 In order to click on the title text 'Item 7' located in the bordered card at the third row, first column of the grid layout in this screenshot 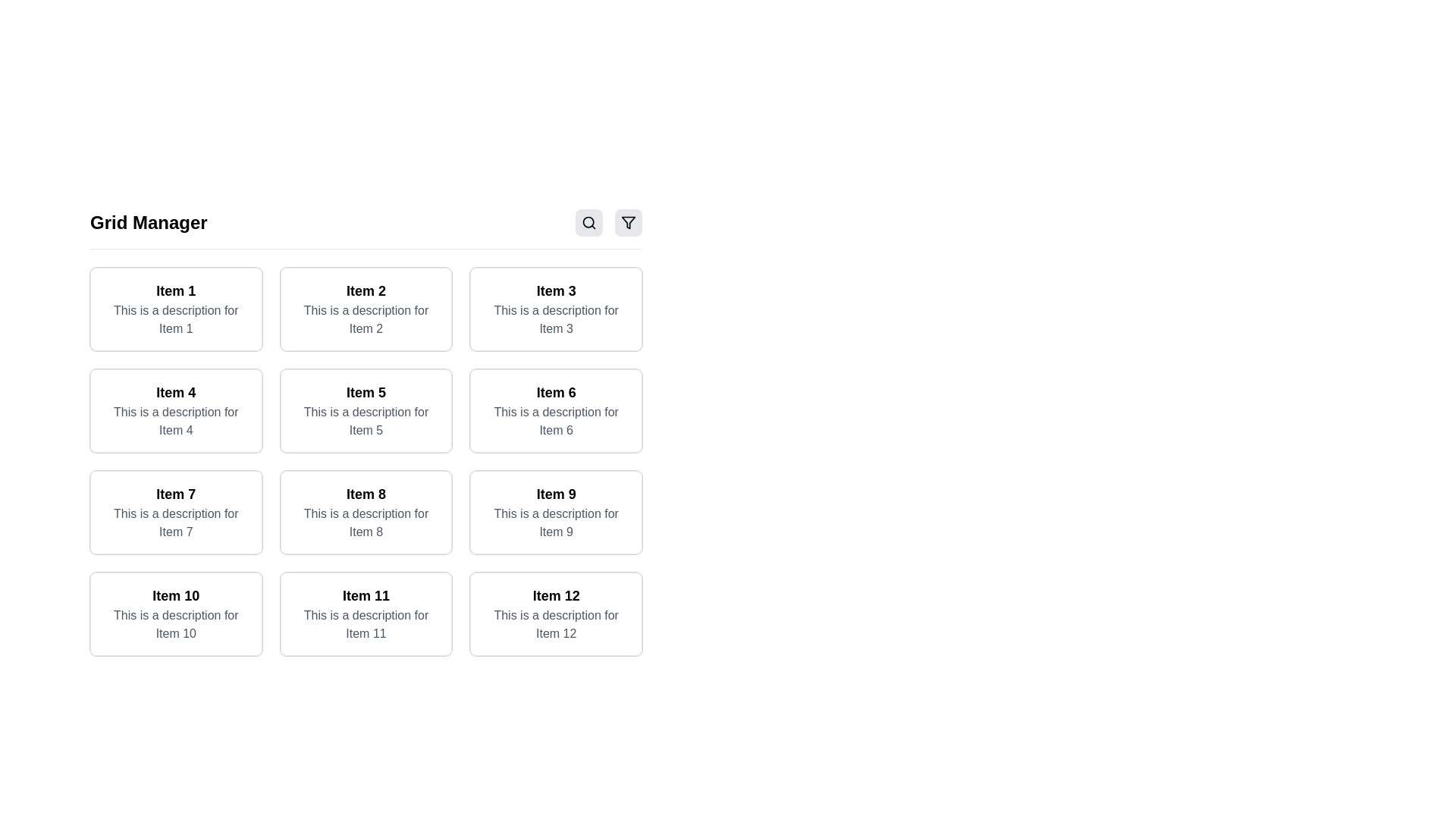, I will do `click(176, 494)`.